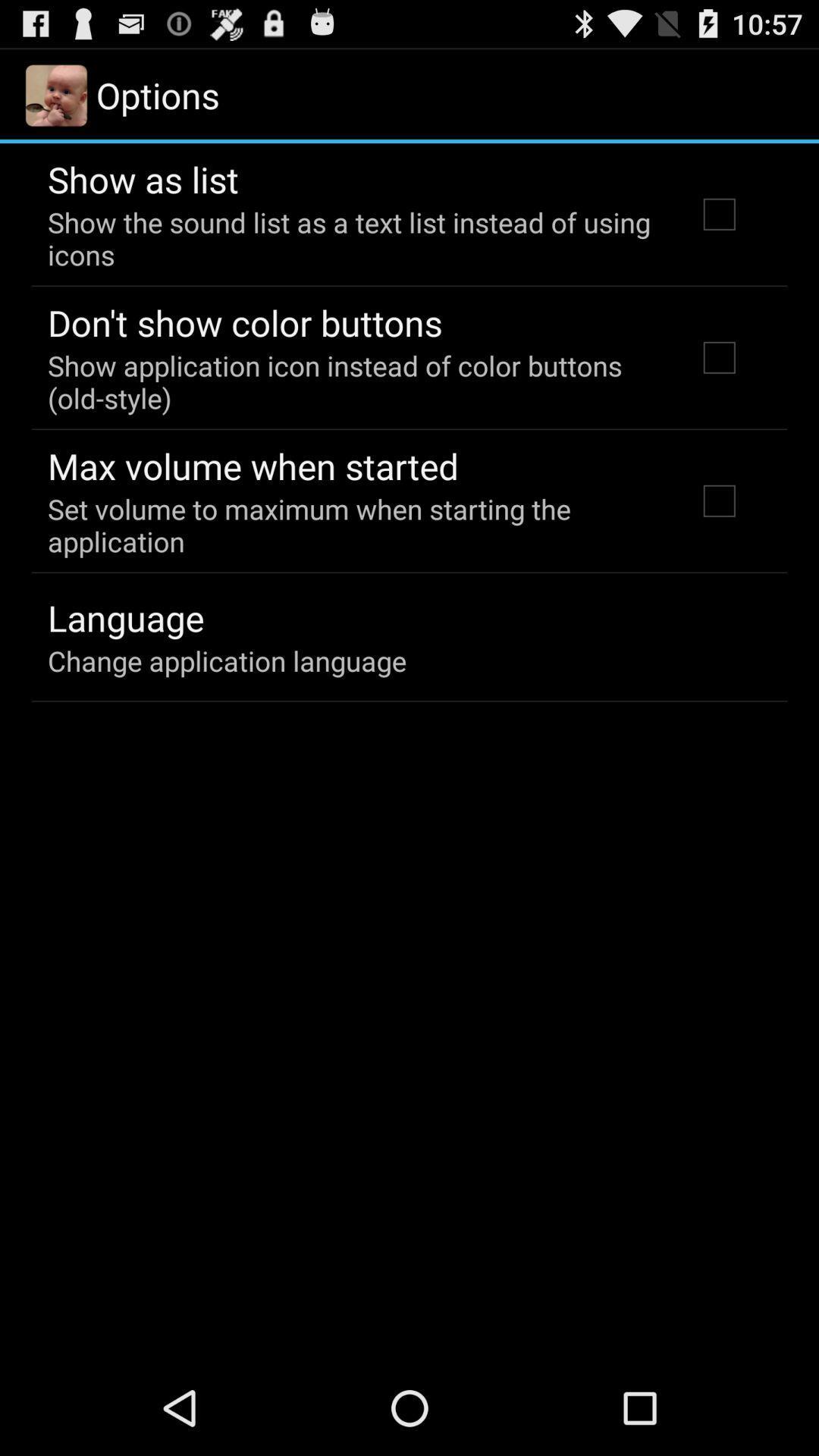 This screenshot has height=1456, width=819. Describe the element at coordinates (351, 525) in the screenshot. I see `the set volume to` at that location.